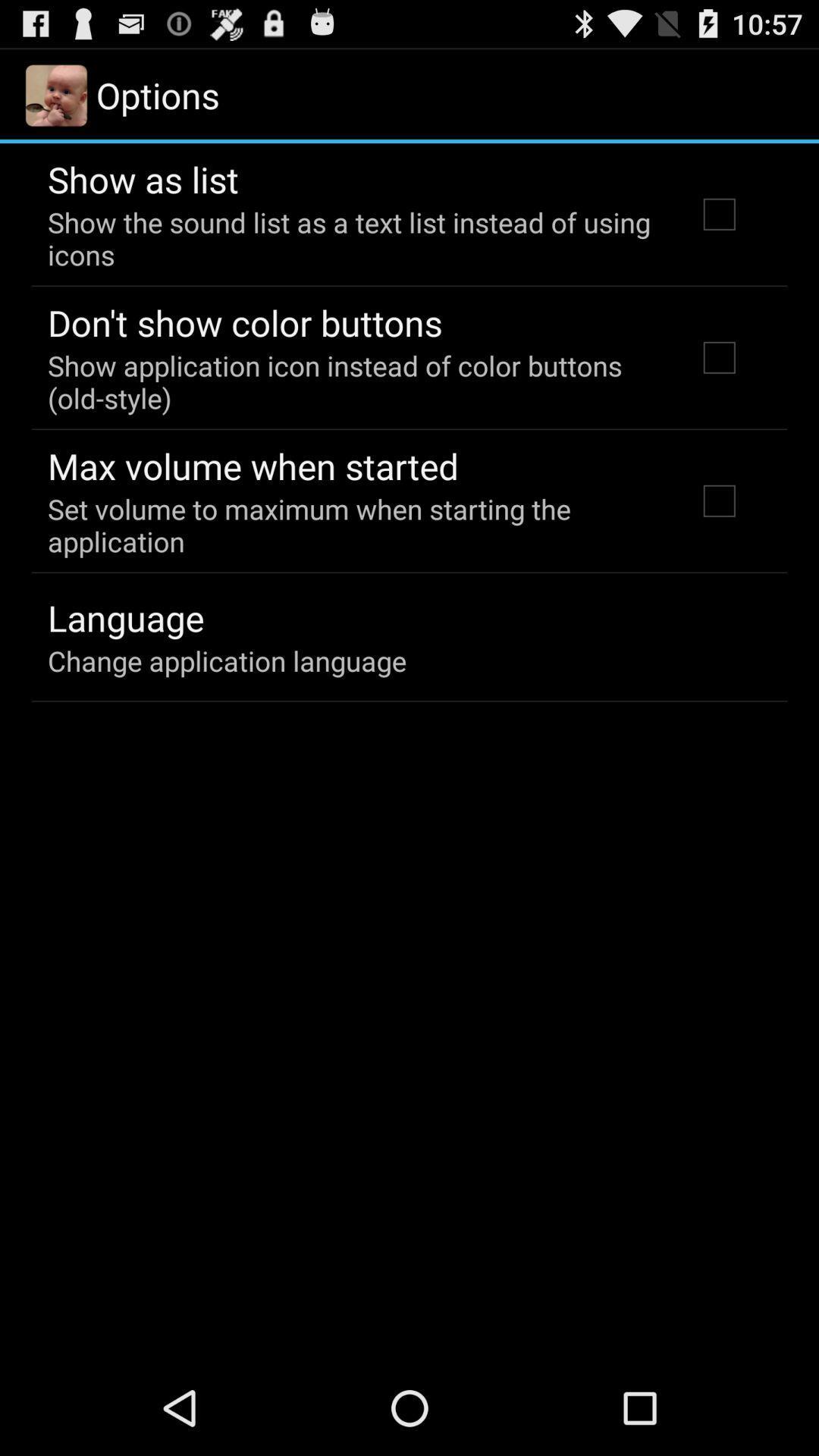 This screenshot has height=1456, width=819. Describe the element at coordinates (351, 525) in the screenshot. I see `the set volume to` at that location.